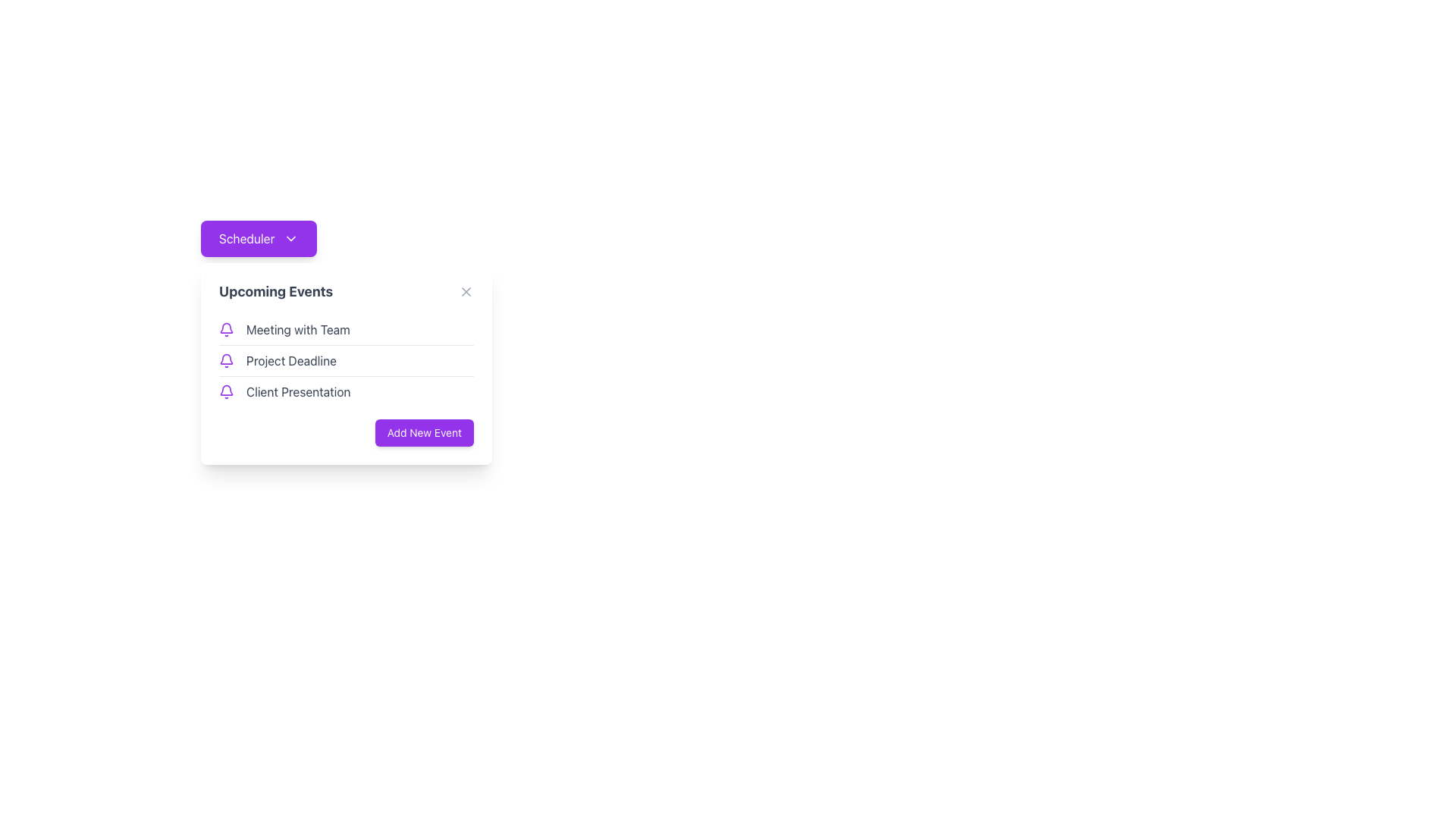  What do you see at coordinates (345, 329) in the screenshot?
I see `the first list item in the 'Upcoming Events' section, which features a purple notification icon and the text 'Meeting with Team'` at bounding box center [345, 329].